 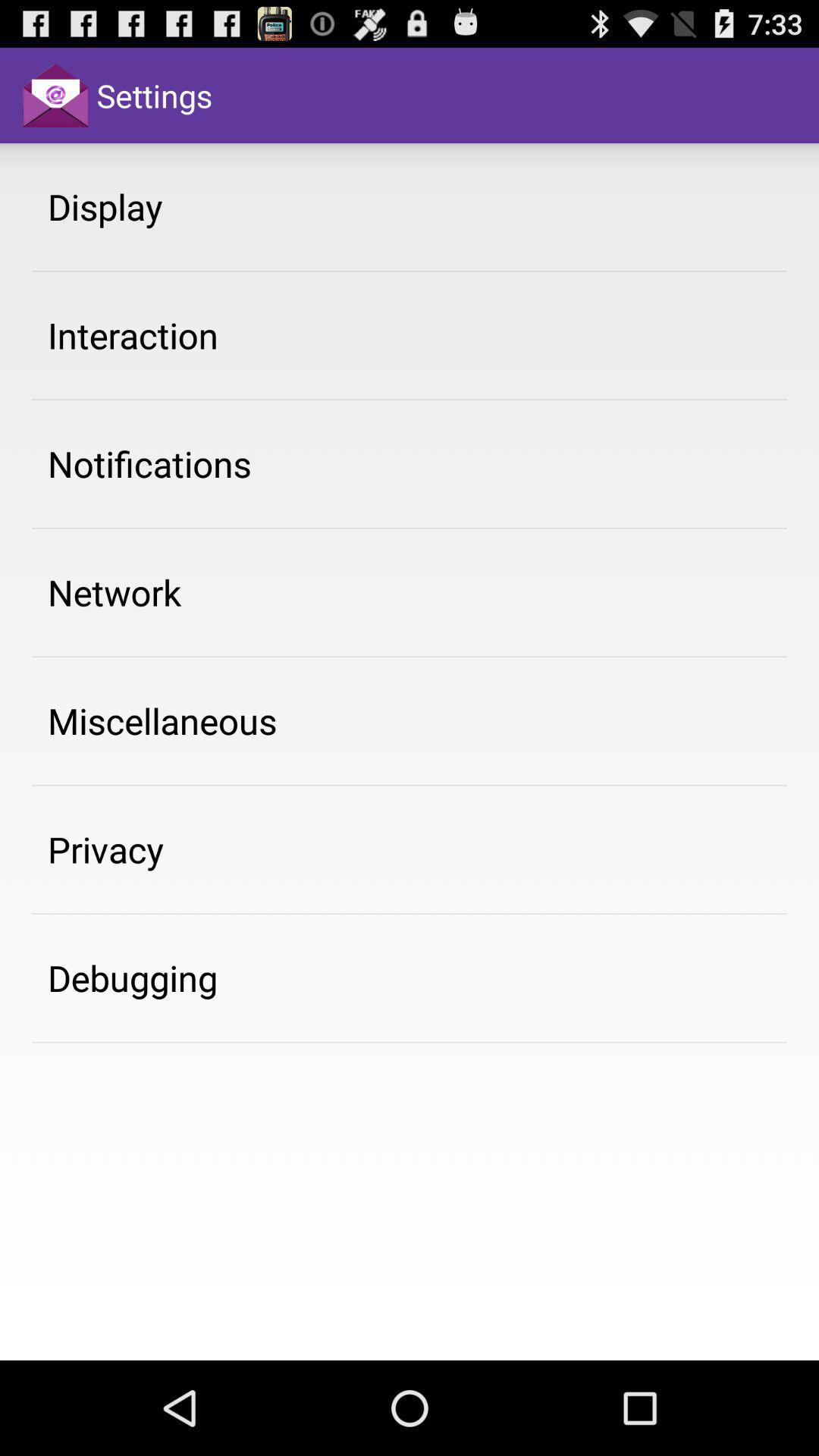 I want to click on notifications, so click(x=149, y=463).